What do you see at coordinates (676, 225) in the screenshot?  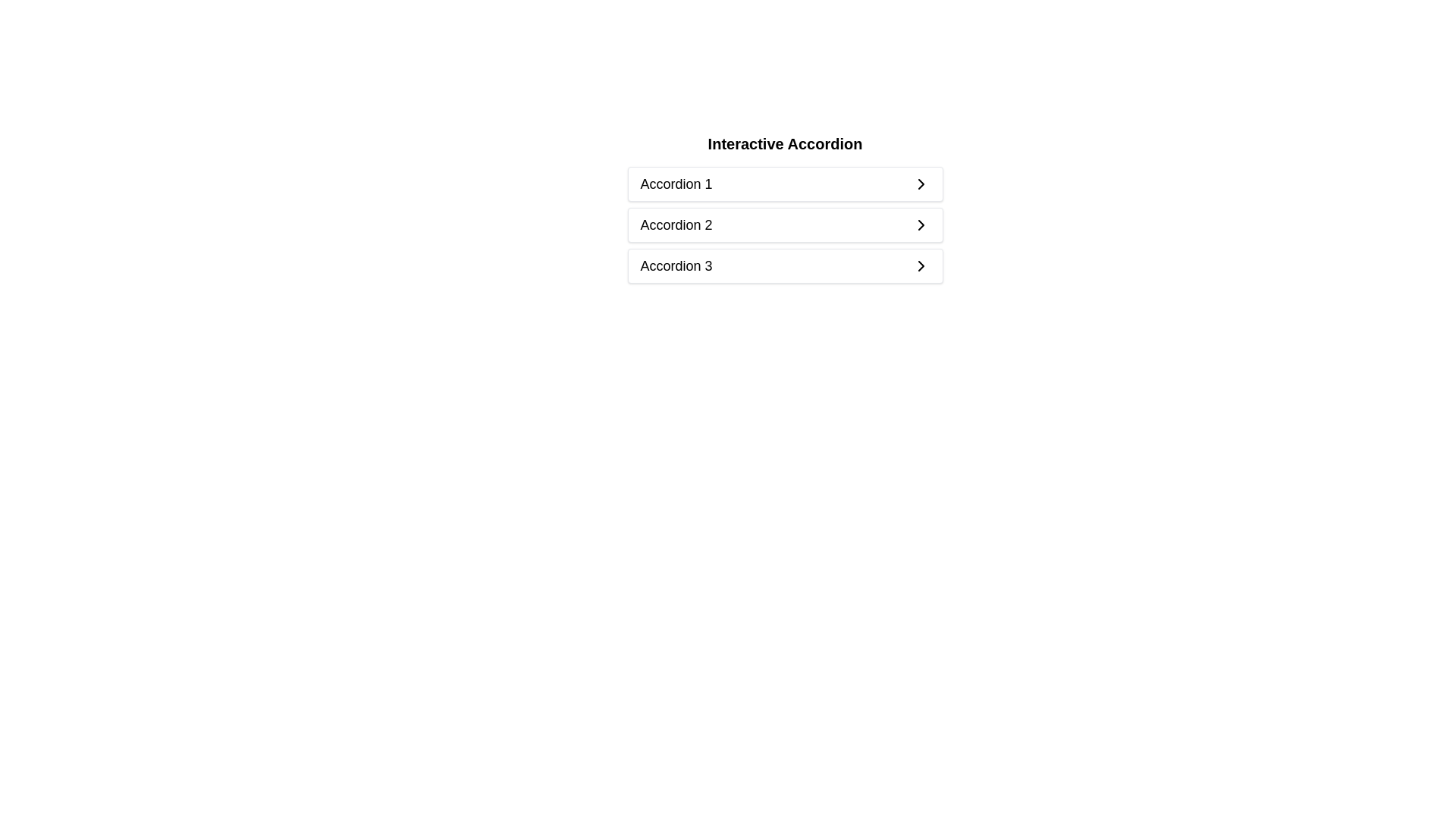 I see `the text label displaying 'Accordion 2', which is bold and left-aligned within the second interactive accordion option` at bounding box center [676, 225].